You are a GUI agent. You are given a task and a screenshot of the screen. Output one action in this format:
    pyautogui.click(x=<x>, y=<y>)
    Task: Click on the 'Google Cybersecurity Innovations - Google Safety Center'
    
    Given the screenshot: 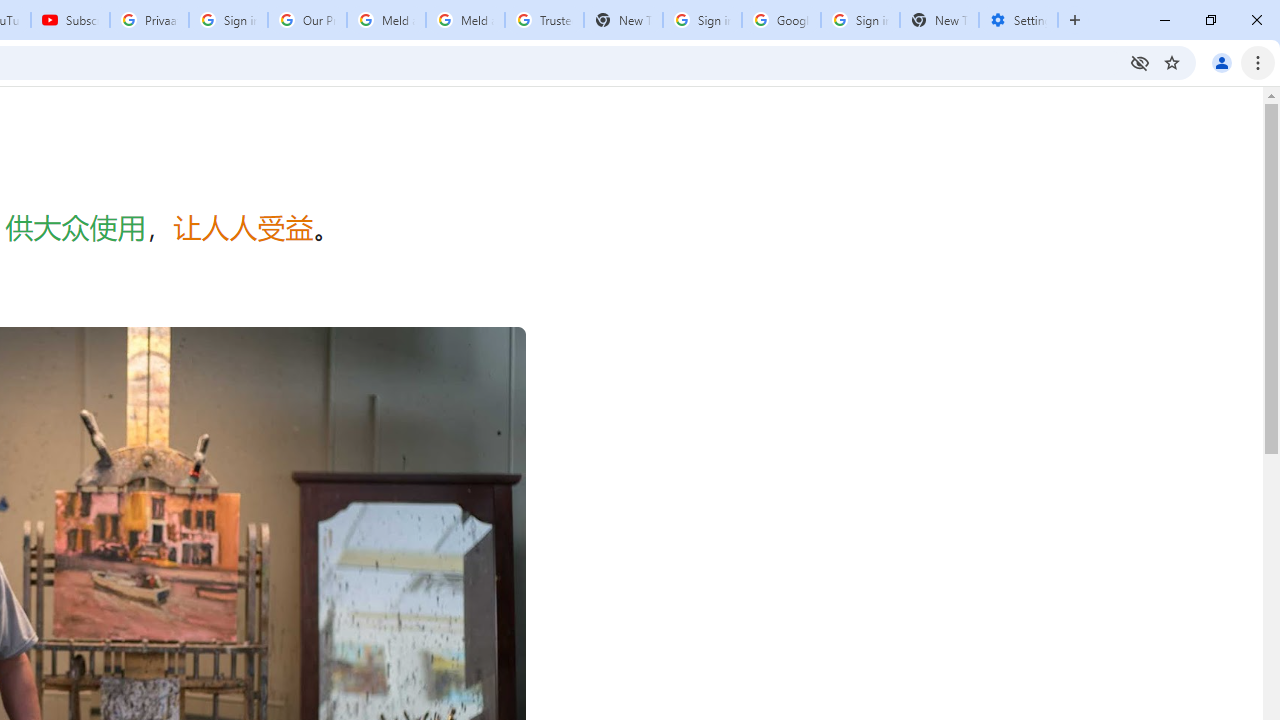 What is the action you would take?
    pyautogui.click(x=780, y=20)
    